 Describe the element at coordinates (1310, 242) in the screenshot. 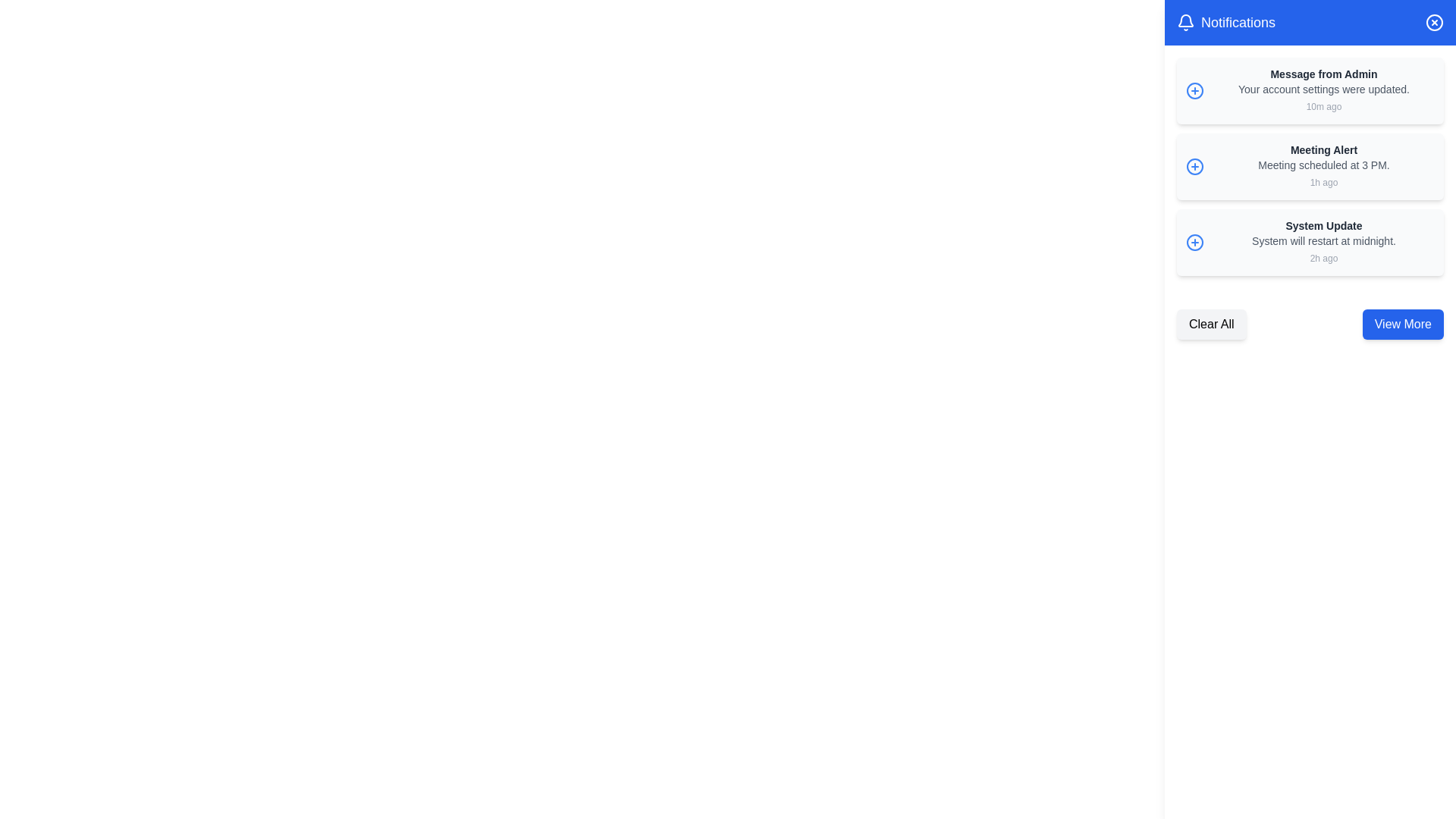

I see `the notification card with a light gray background that contains the title 'System Update' and the description 'System will restart at midnight.'` at that location.